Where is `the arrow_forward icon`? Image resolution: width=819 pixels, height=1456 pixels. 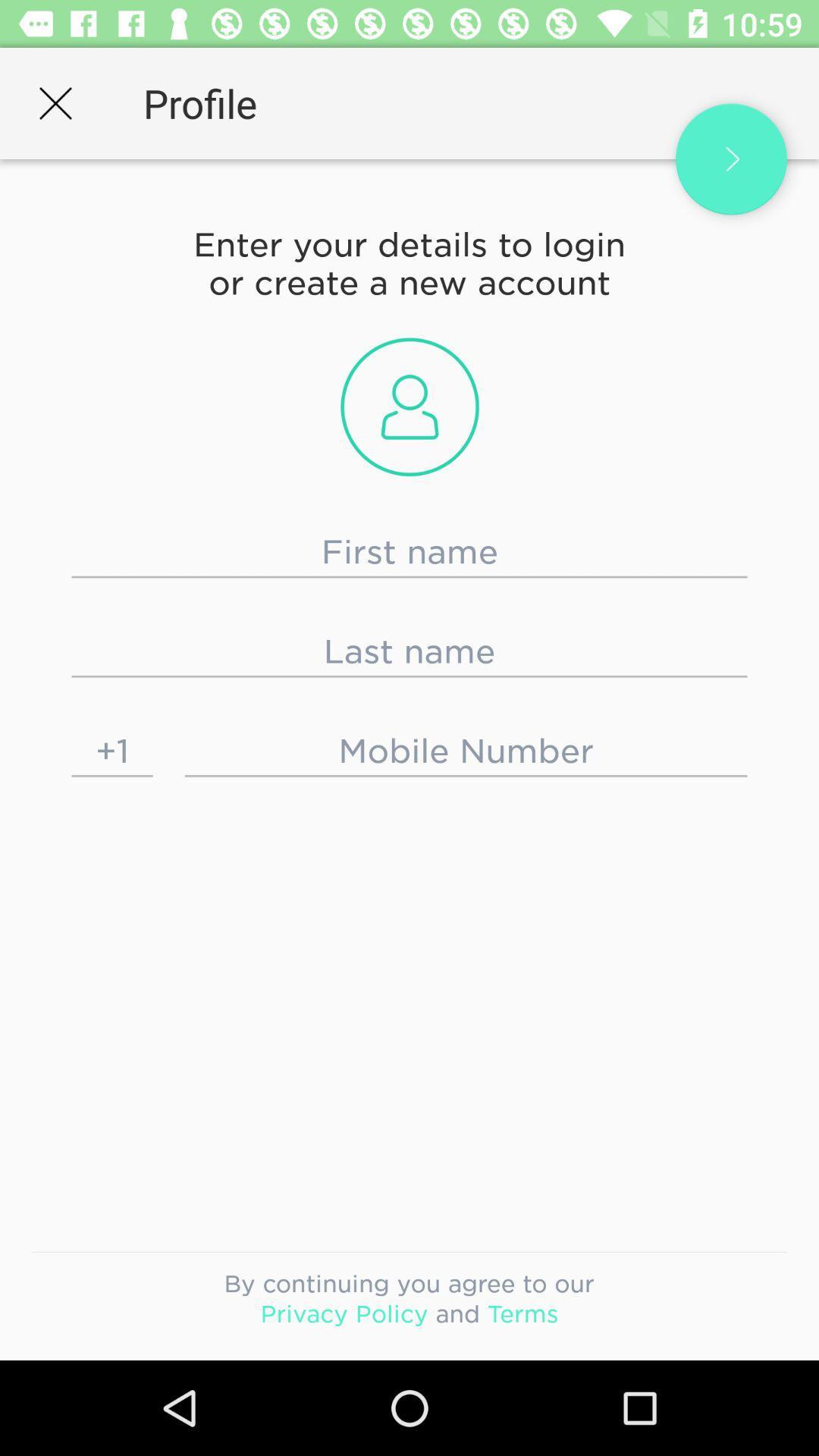 the arrow_forward icon is located at coordinates (730, 159).